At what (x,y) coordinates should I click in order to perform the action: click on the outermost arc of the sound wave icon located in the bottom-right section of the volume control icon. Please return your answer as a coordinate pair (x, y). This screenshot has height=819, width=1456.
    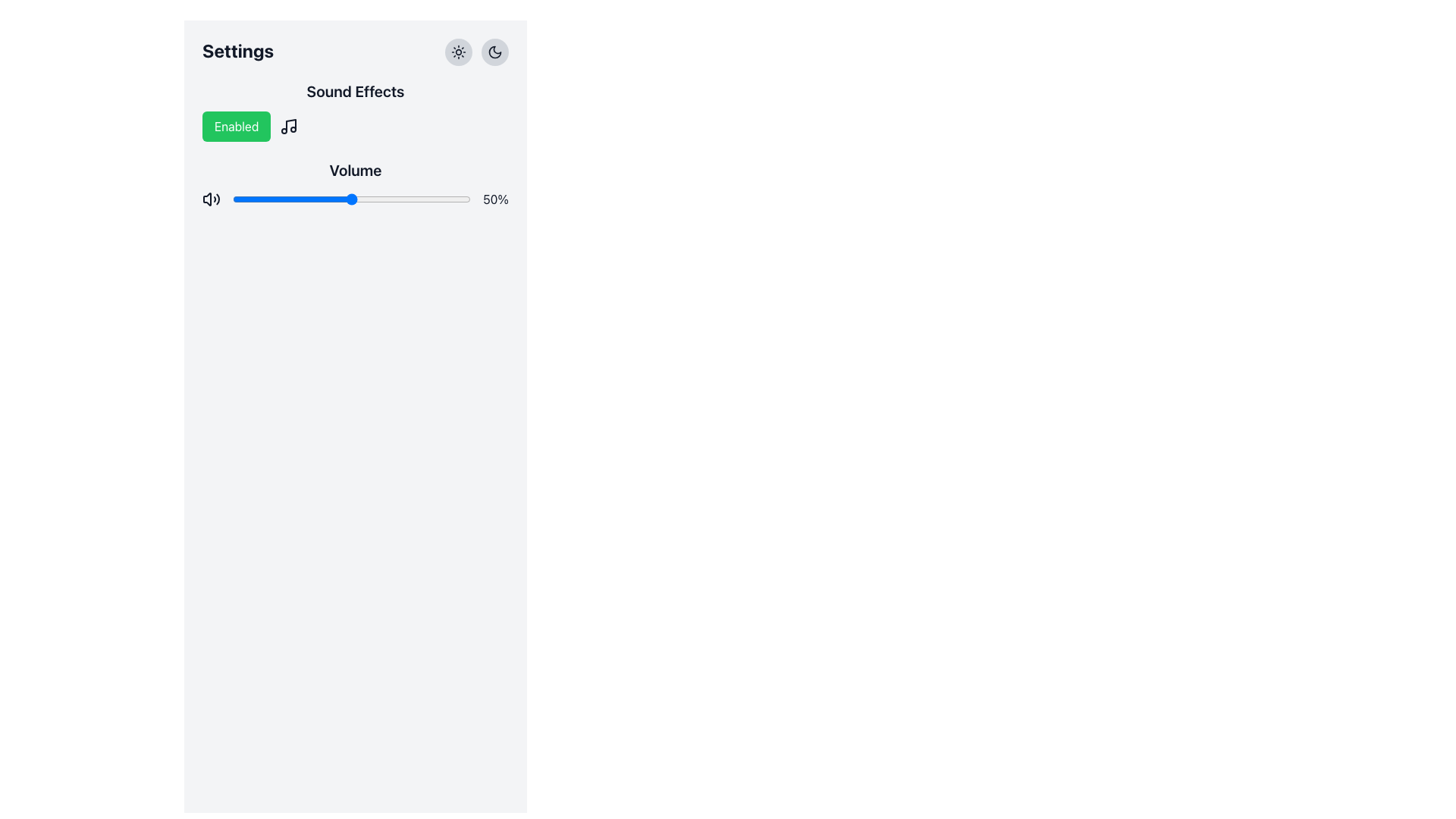
    Looking at the image, I should click on (217, 198).